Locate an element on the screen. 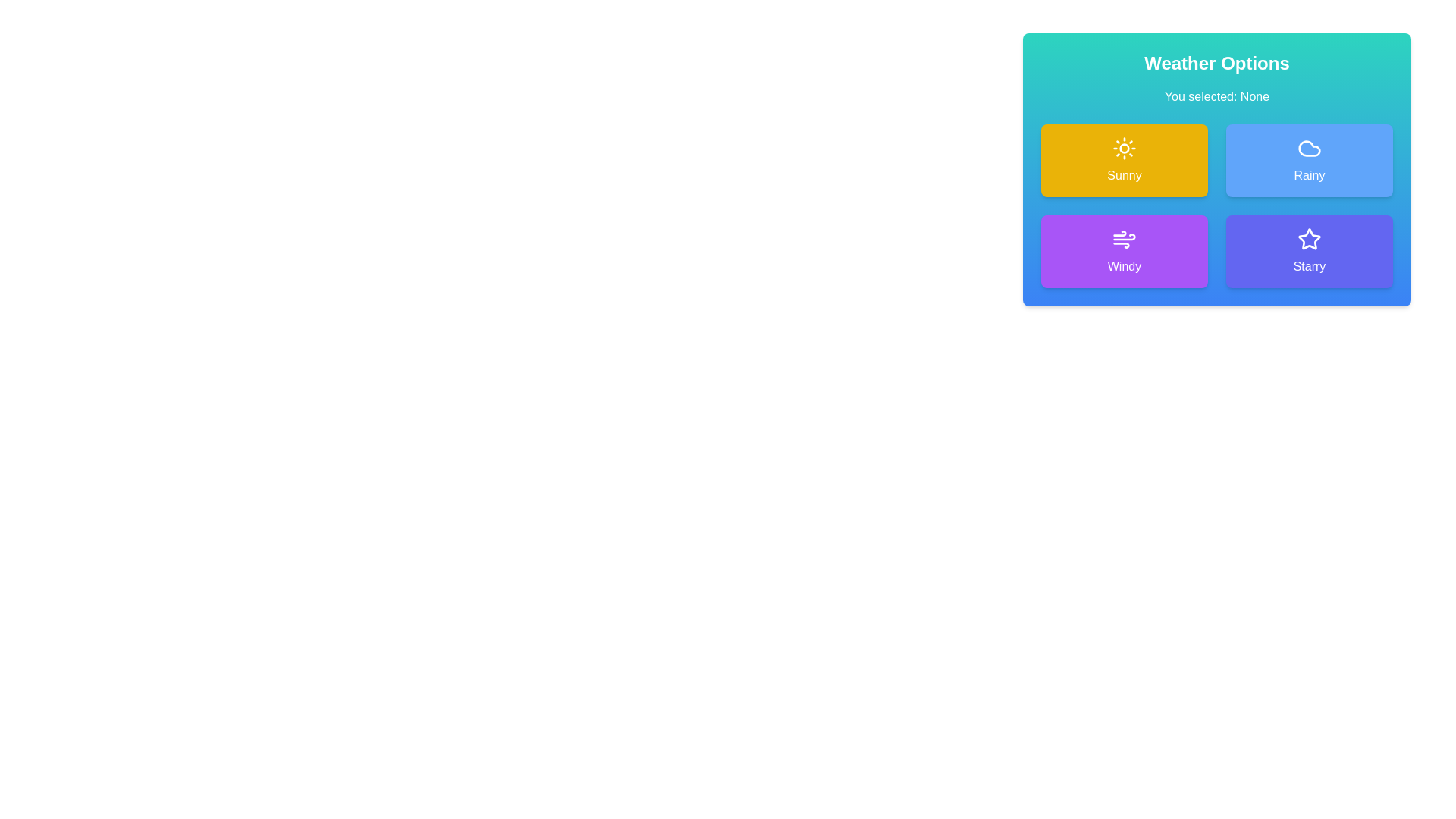 The image size is (1456, 819). the 'Windy' button with a purple background and white text is located at coordinates (1125, 250).